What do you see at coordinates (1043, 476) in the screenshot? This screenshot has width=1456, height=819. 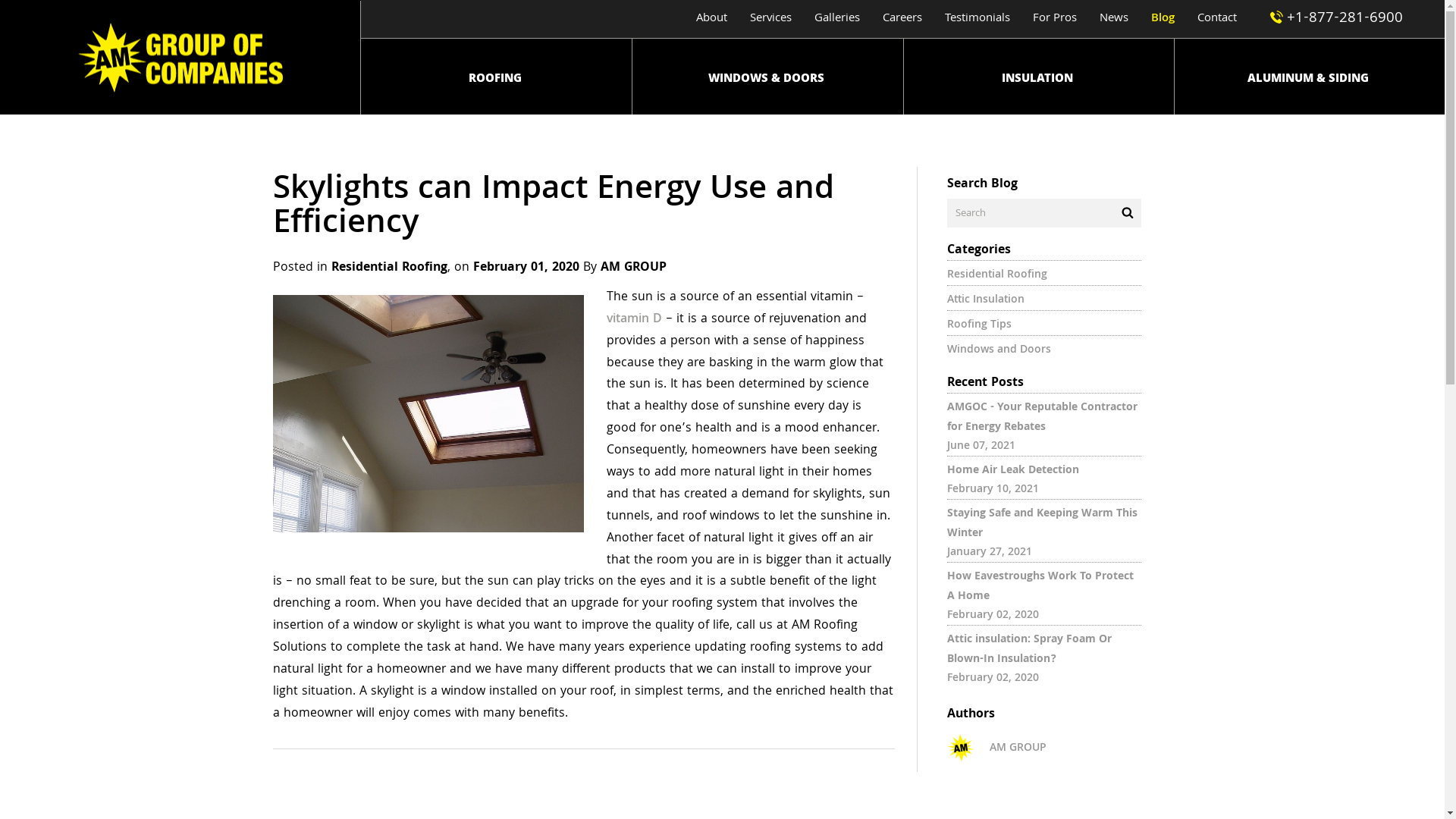 I see `'Home Air Leak Detection` at bounding box center [1043, 476].